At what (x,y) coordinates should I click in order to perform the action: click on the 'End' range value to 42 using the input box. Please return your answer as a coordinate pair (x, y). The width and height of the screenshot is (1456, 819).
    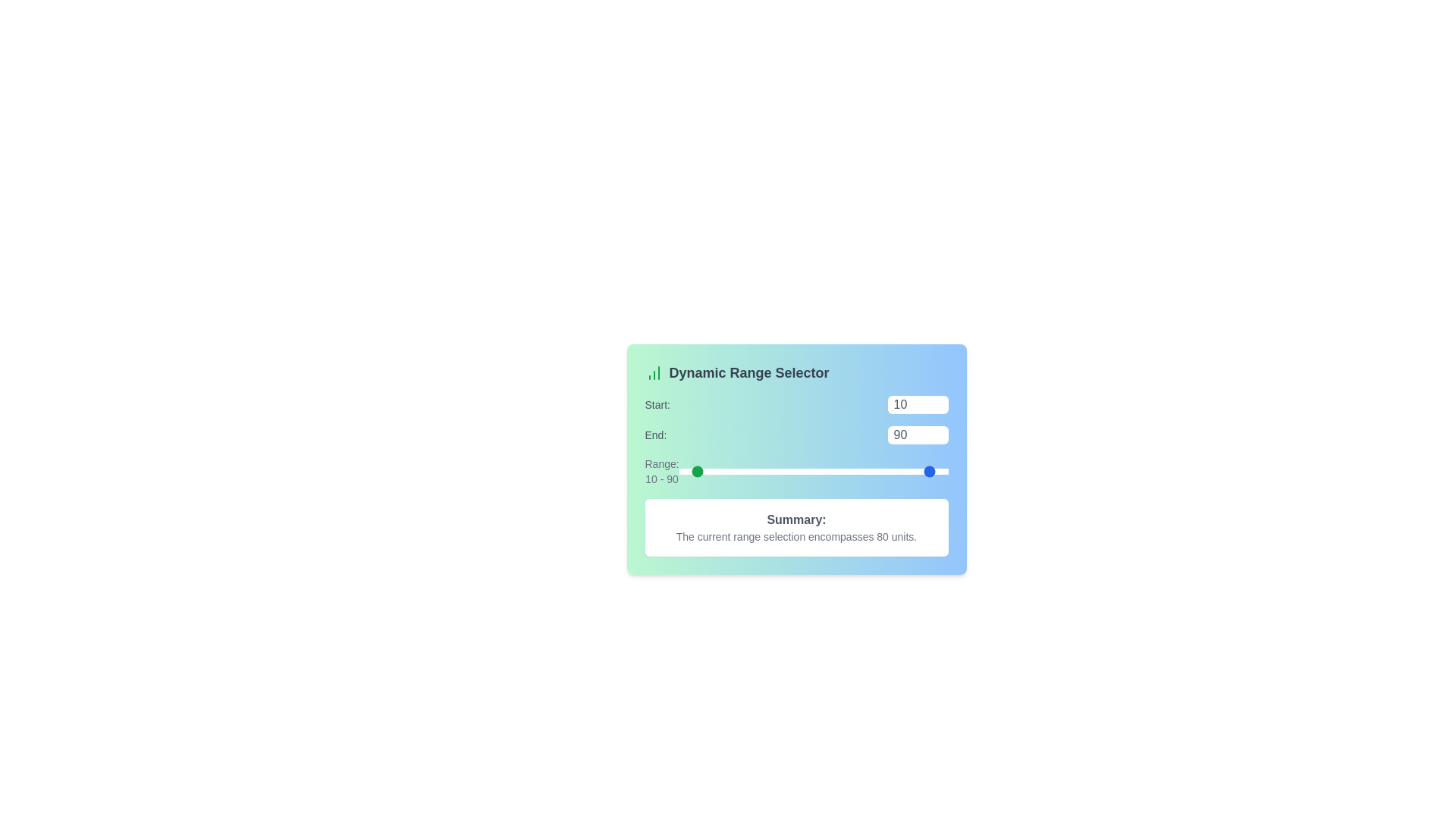
    Looking at the image, I should click on (917, 435).